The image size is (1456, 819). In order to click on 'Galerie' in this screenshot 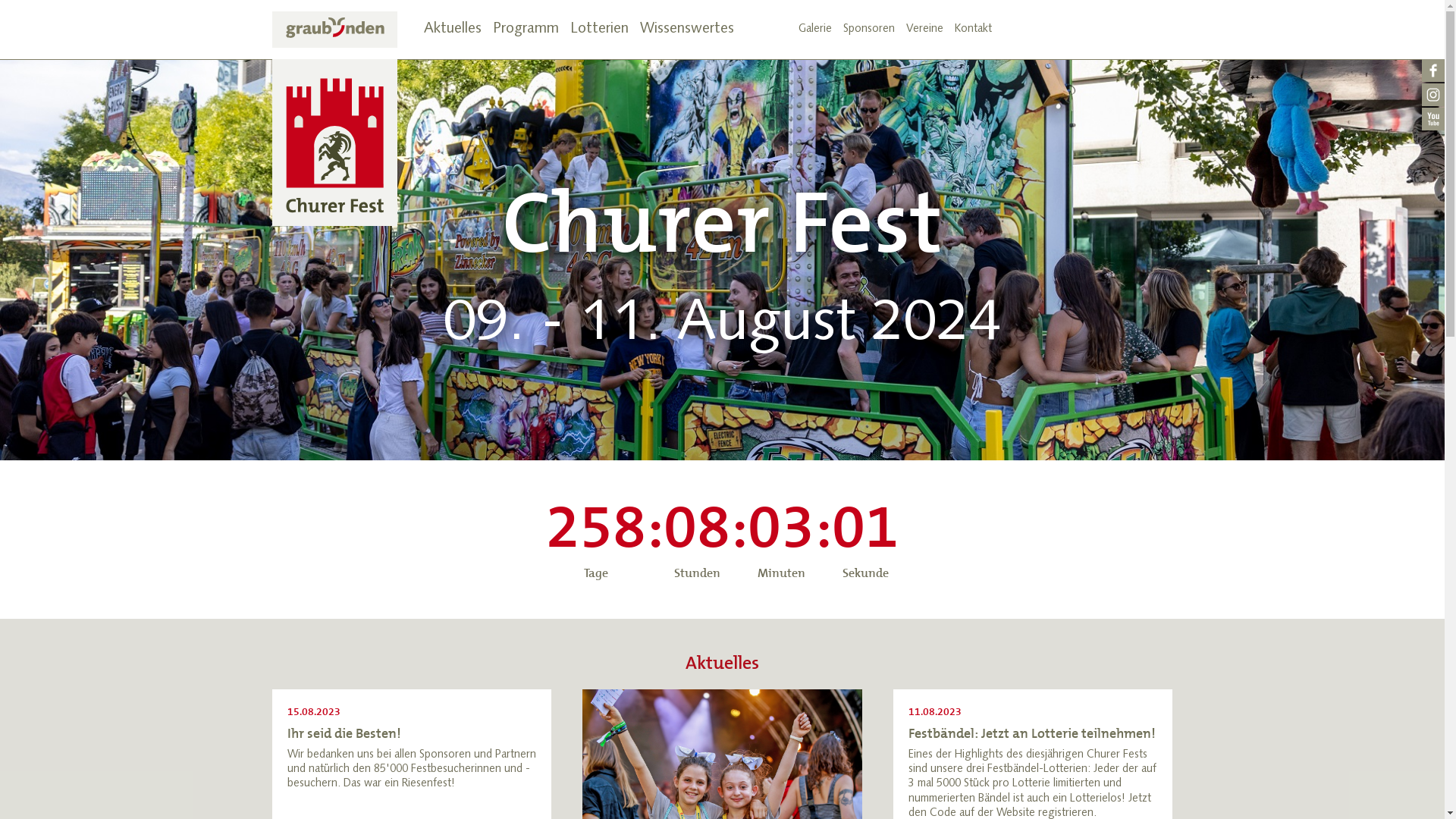, I will do `click(814, 29)`.